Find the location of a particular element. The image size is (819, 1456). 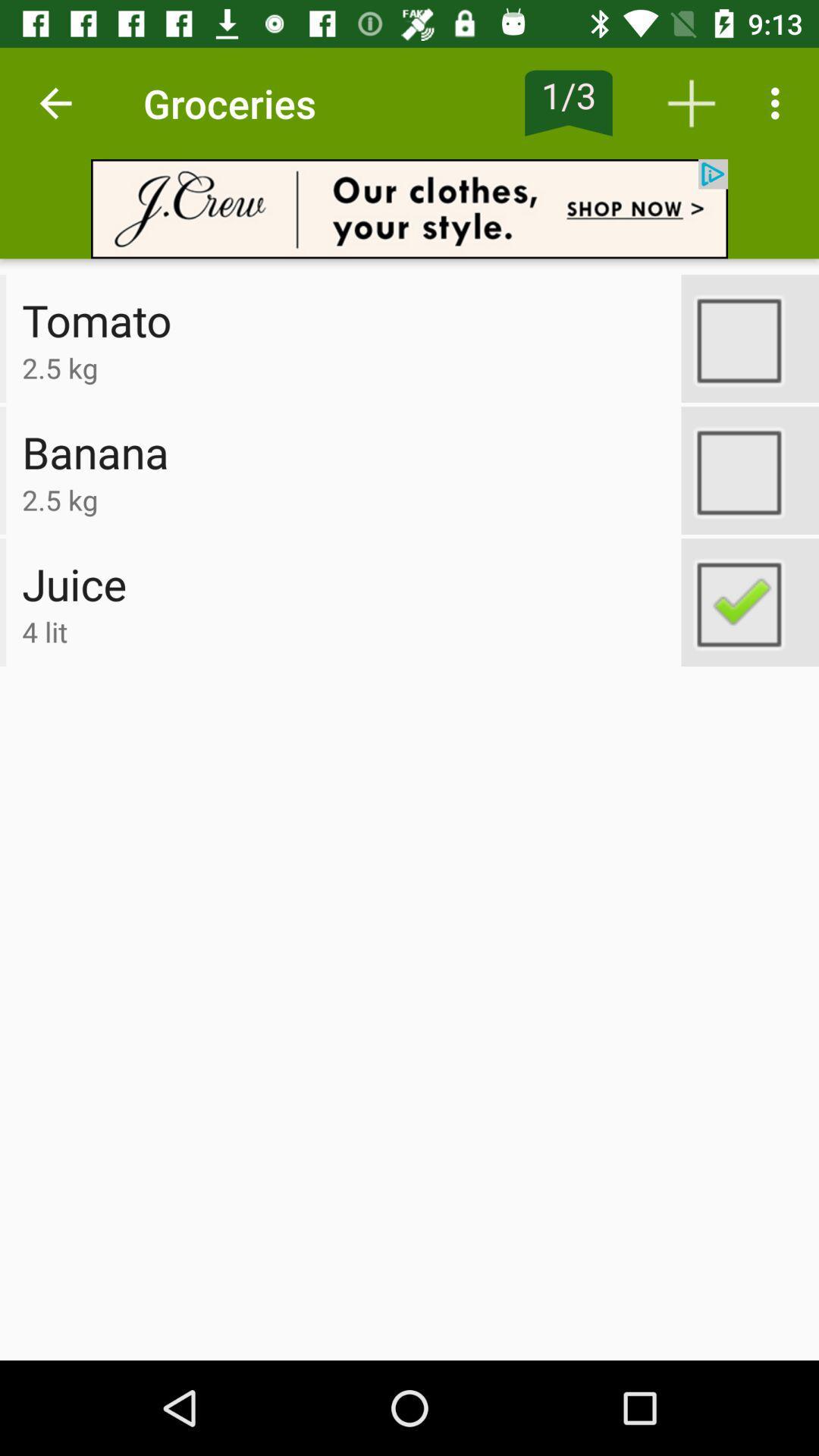

item is located at coordinates (749, 337).